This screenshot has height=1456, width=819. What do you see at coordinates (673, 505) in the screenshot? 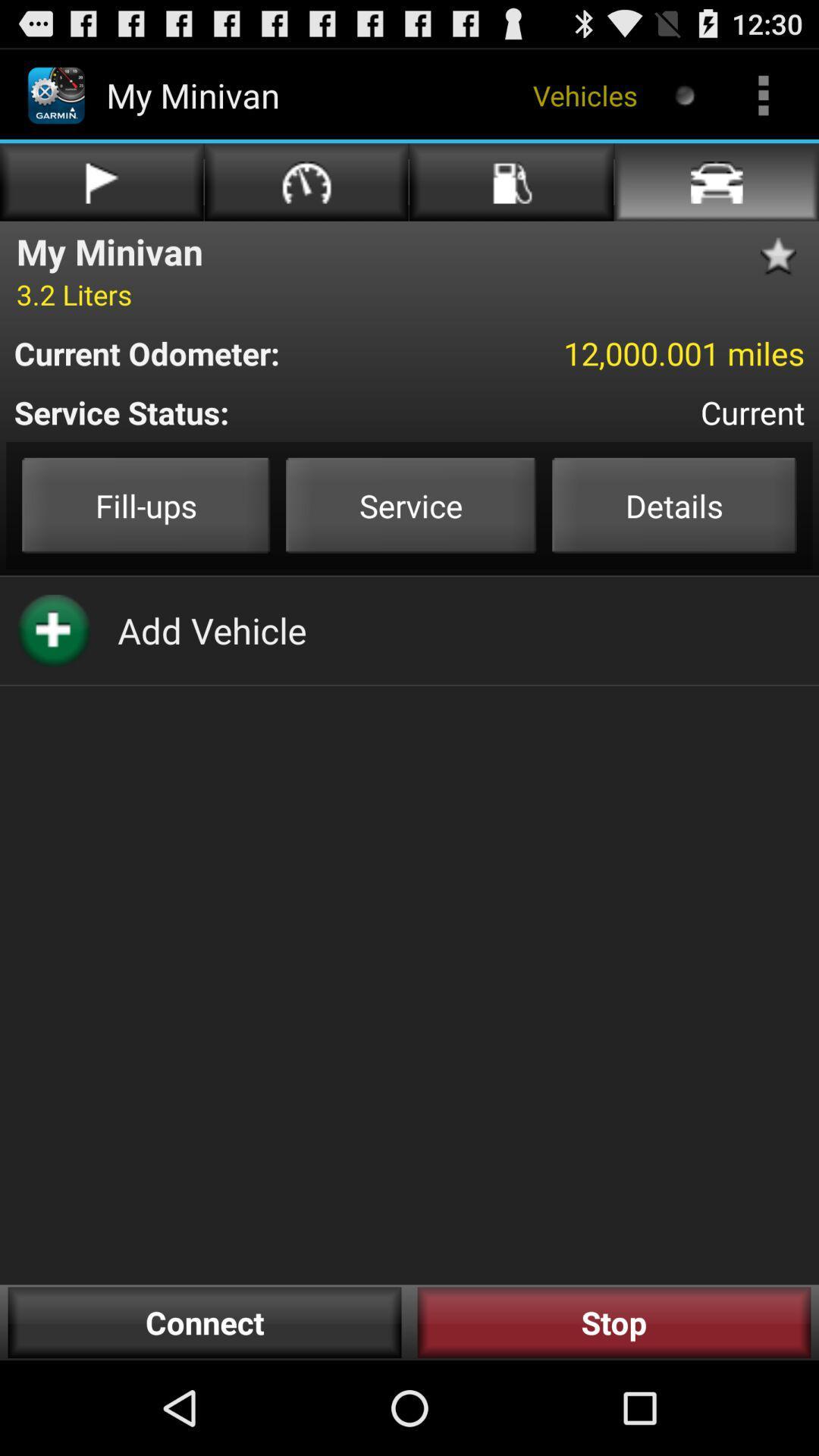
I see `details item` at bounding box center [673, 505].